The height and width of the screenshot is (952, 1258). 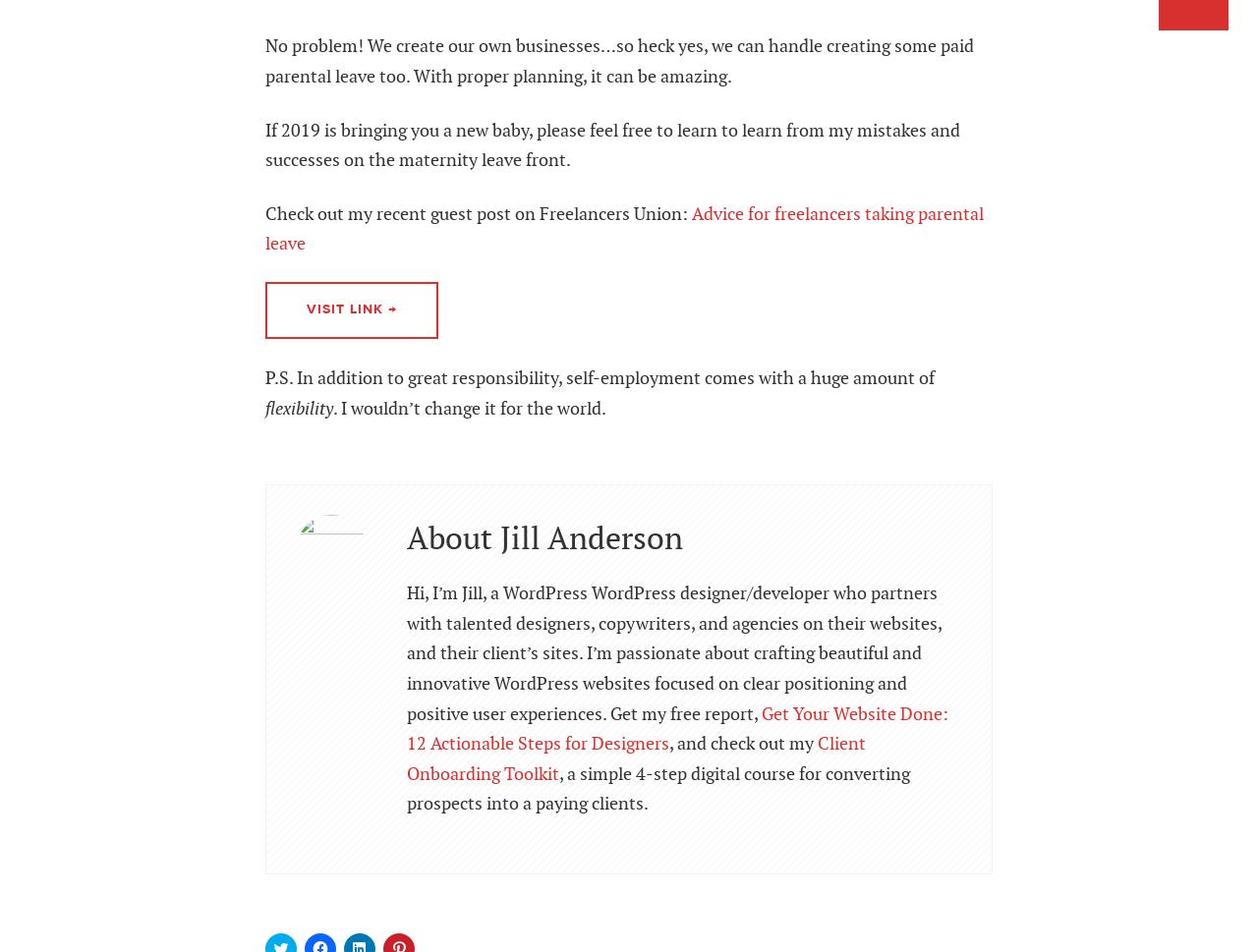 I want to click on ', and check out my', so click(x=742, y=743).